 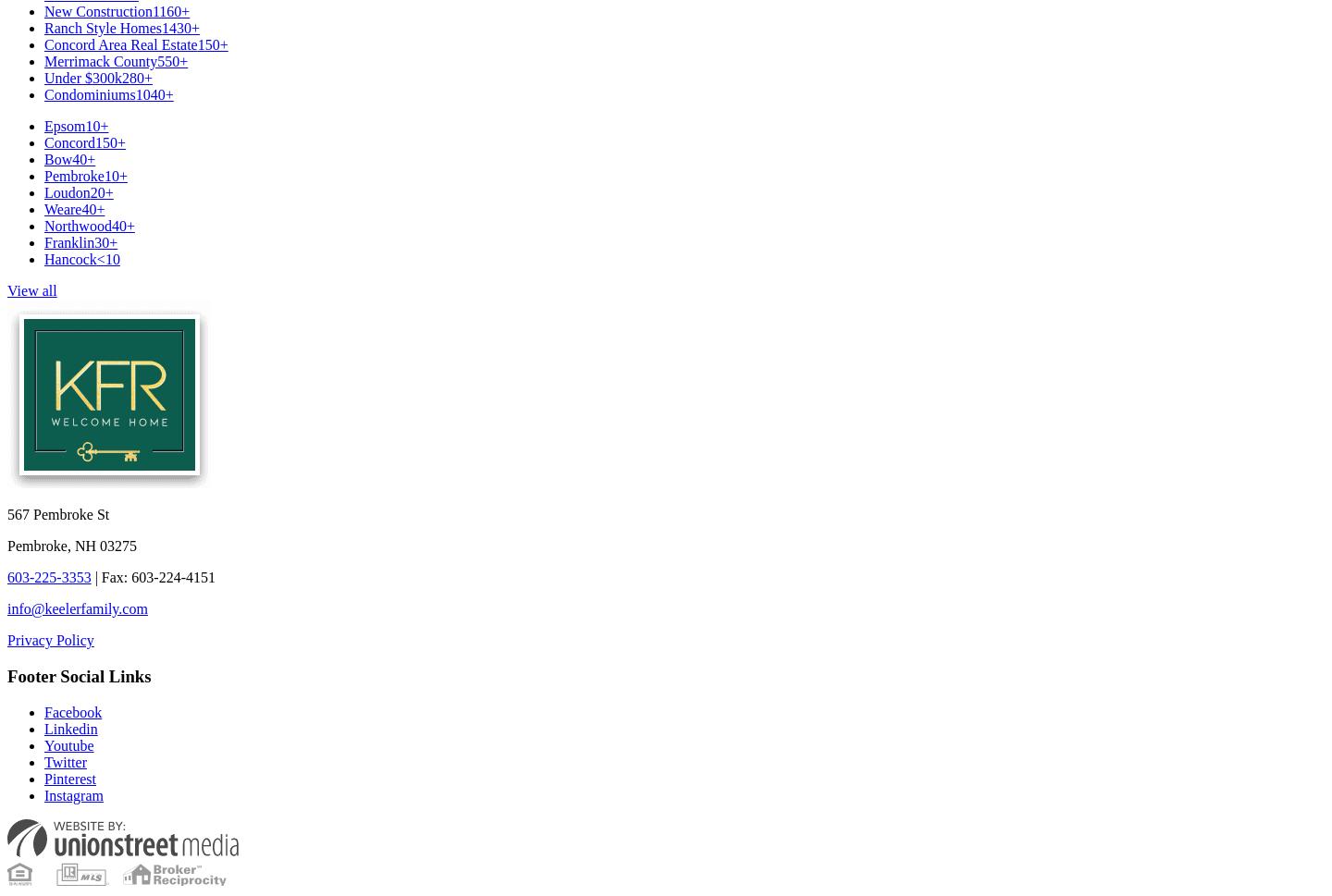 What do you see at coordinates (43, 727) in the screenshot?
I see `'Linkedin'` at bounding box center [43, 727].